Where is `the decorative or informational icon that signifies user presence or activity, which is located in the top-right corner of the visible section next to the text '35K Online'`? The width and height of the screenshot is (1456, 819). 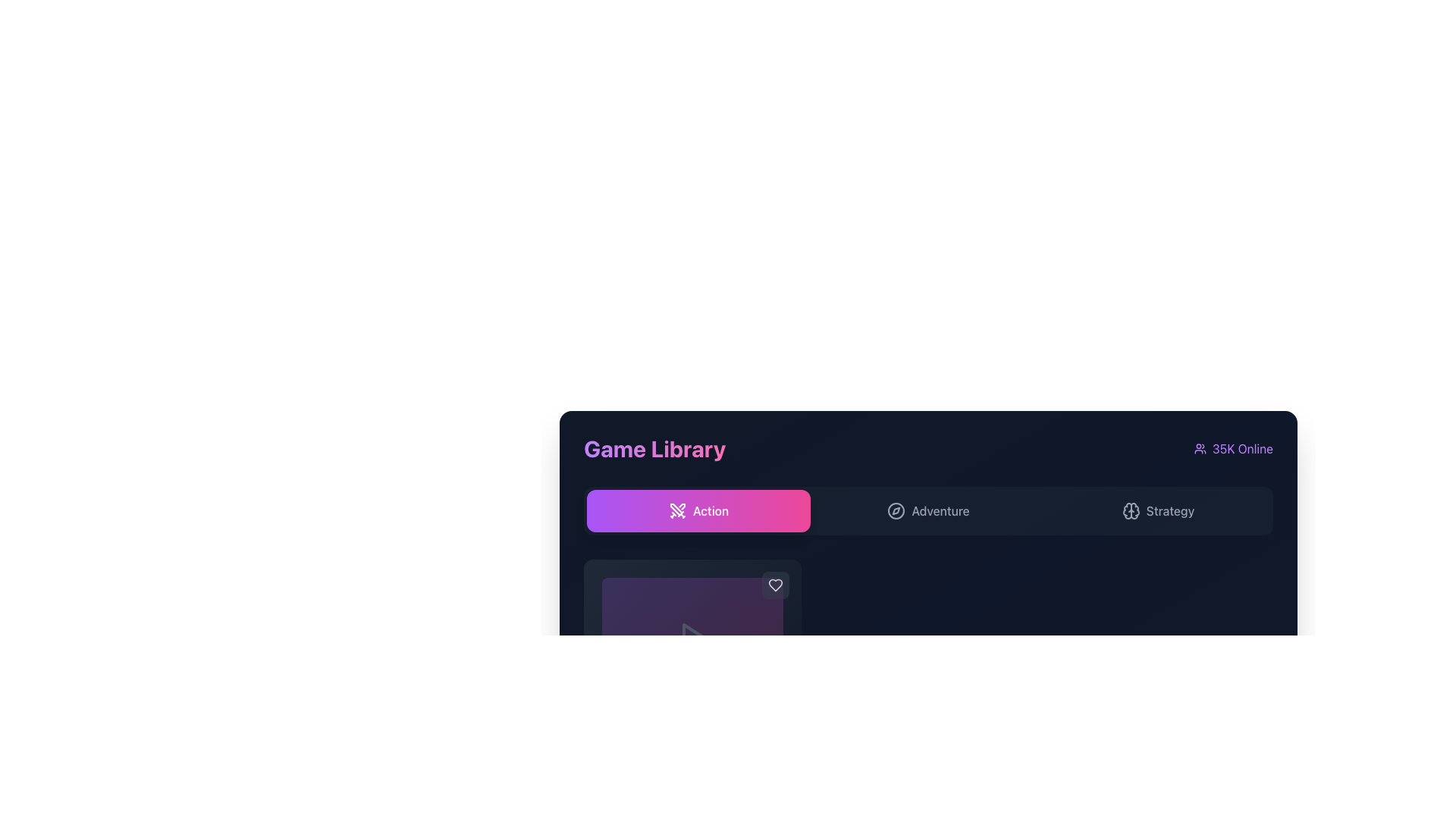 the decorative or informational icon that signifies user presence or activity, which is located in the top-right corner of the visible section next to the text '35K Online' is located at coordinates (1200, 447).